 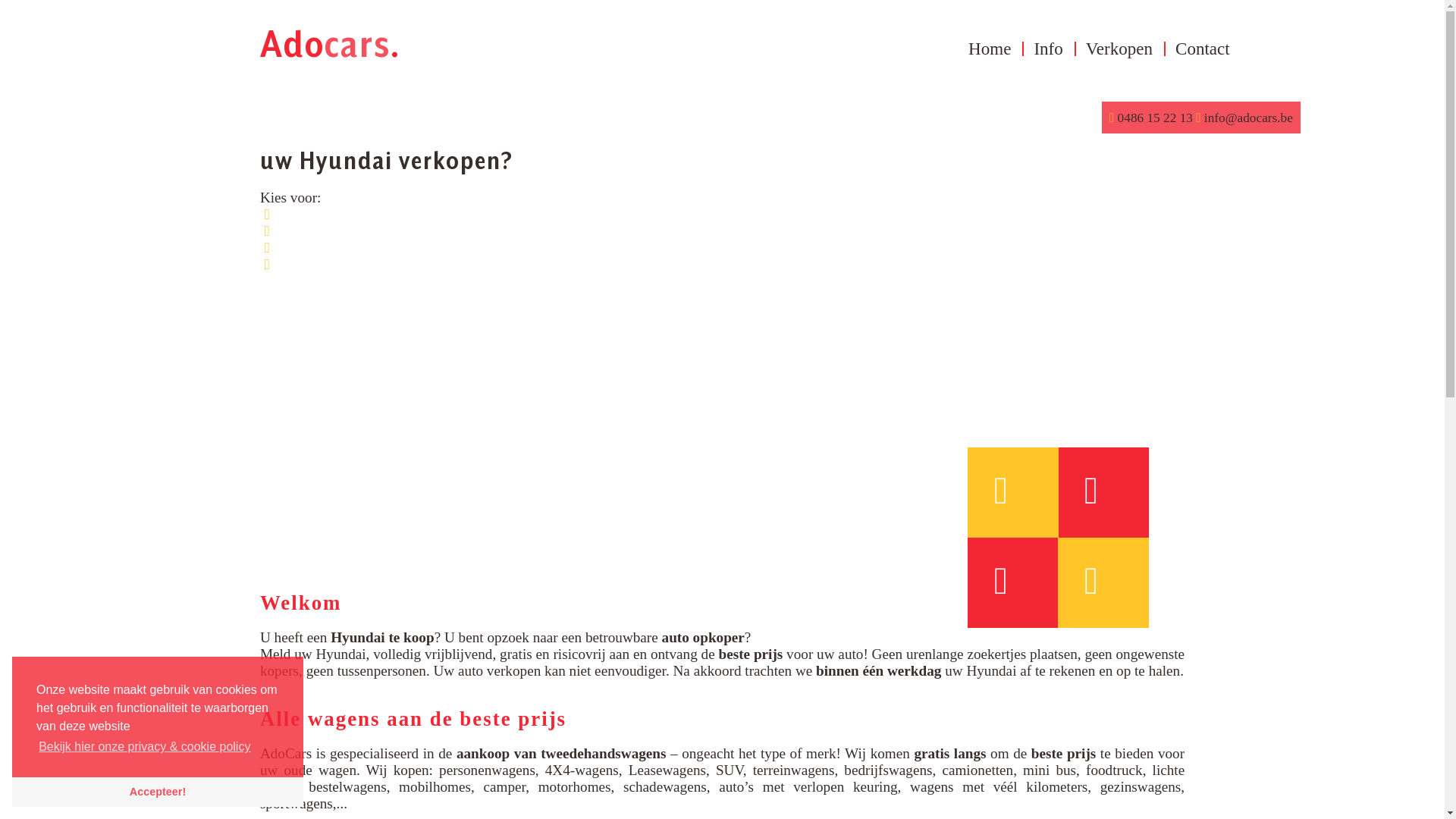 I want to click on 'bestelwagens', so click(x=346, y=786).